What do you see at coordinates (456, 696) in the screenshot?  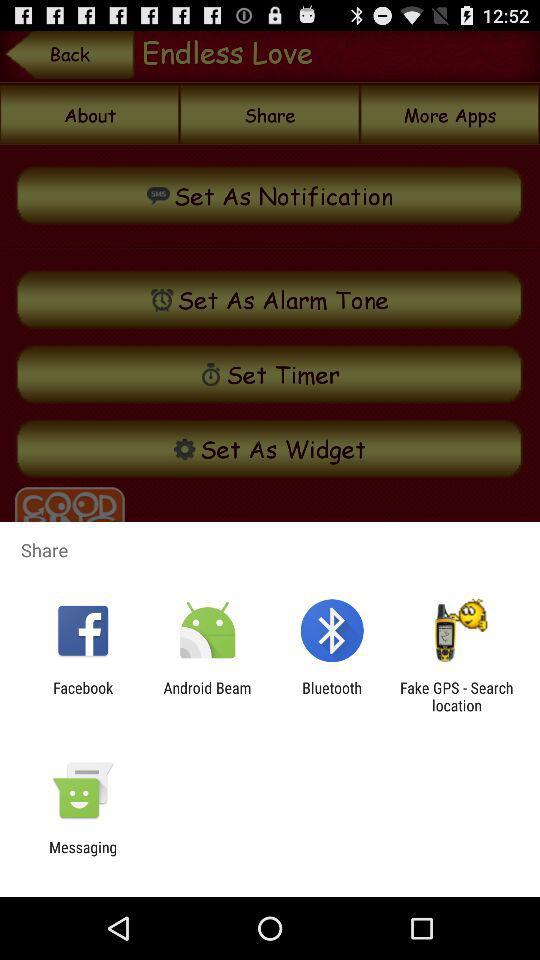 I see `app next to bluetooth` at bounding box center [456, 696].